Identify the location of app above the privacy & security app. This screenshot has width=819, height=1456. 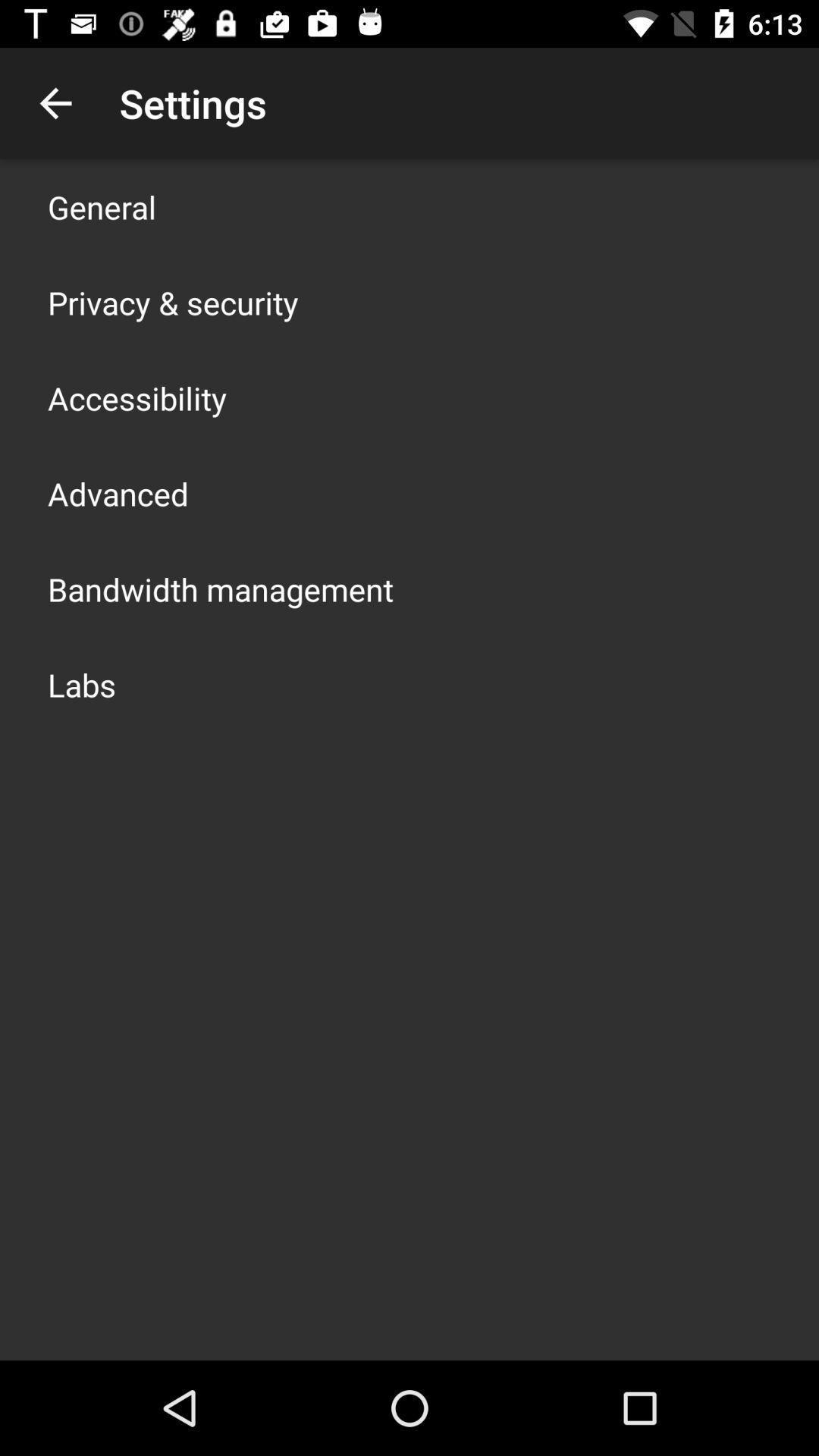
(102, 206).